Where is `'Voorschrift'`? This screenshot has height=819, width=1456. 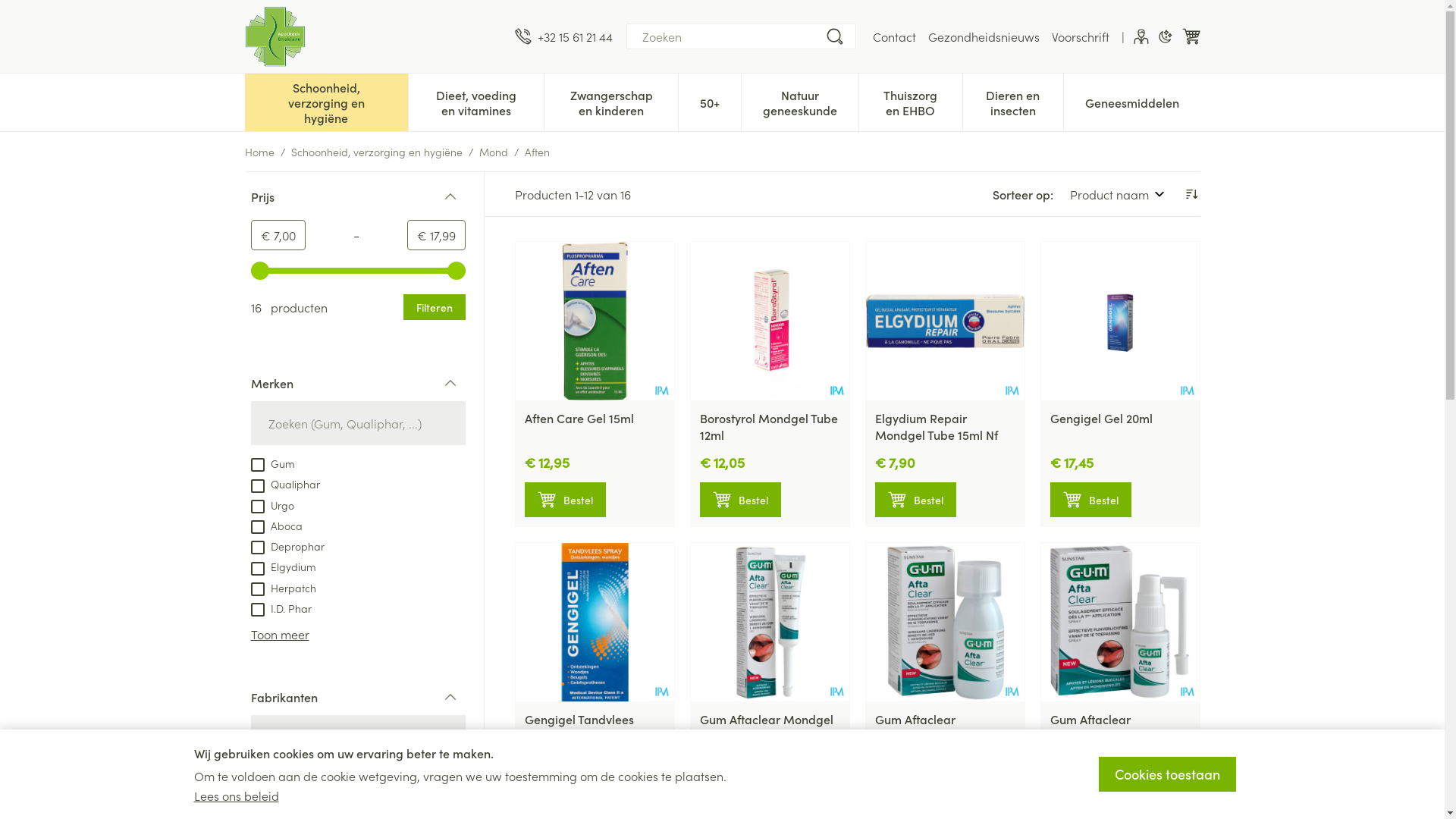 'Voorschrift' is located at coordinates (1050, 35).